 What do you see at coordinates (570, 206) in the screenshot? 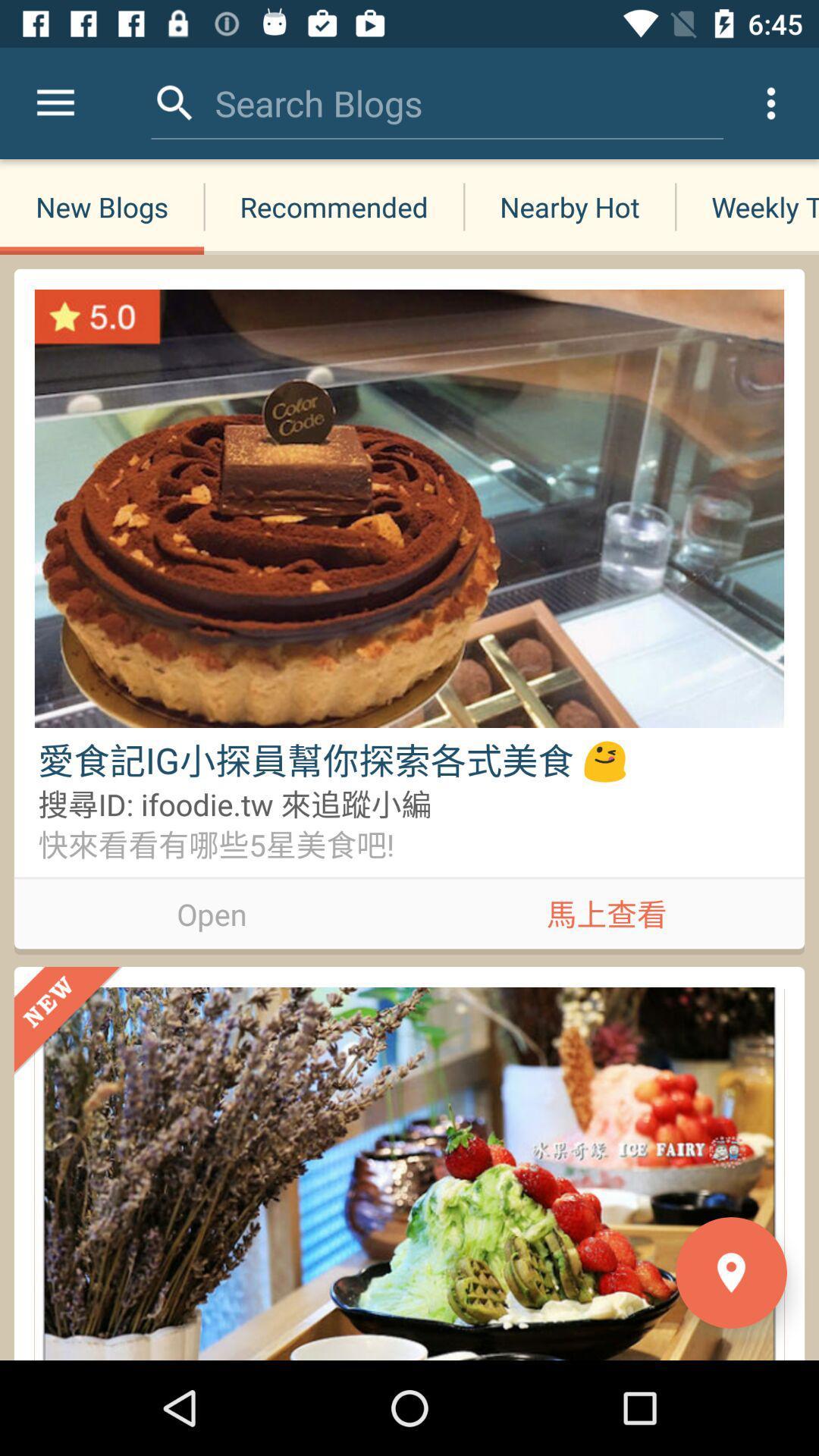
I see `item to the right of the recommended item` at bounding box center [570, 206].